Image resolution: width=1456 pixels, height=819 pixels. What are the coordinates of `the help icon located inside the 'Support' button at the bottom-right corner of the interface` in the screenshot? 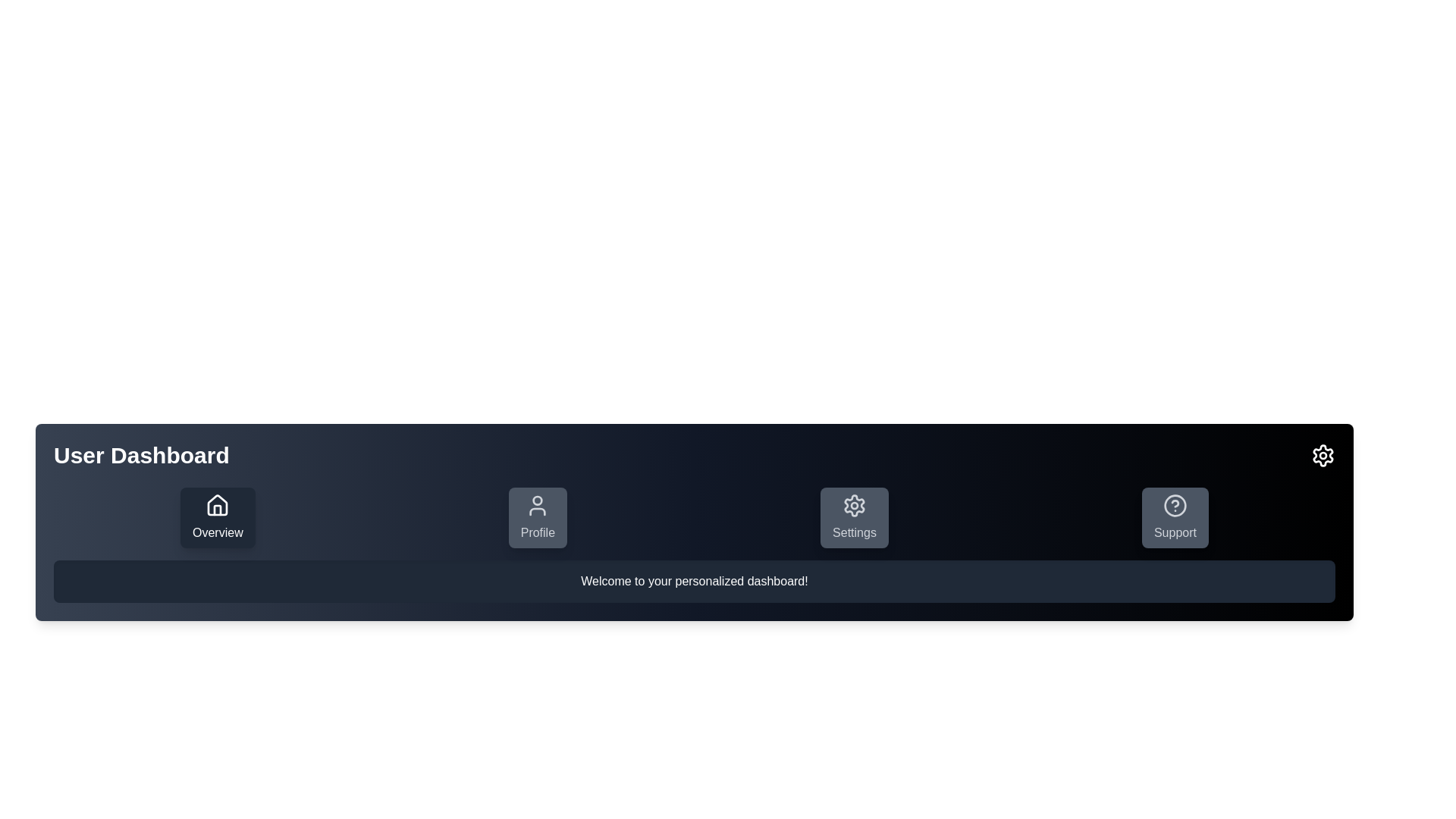 It's located at (1175, 506).